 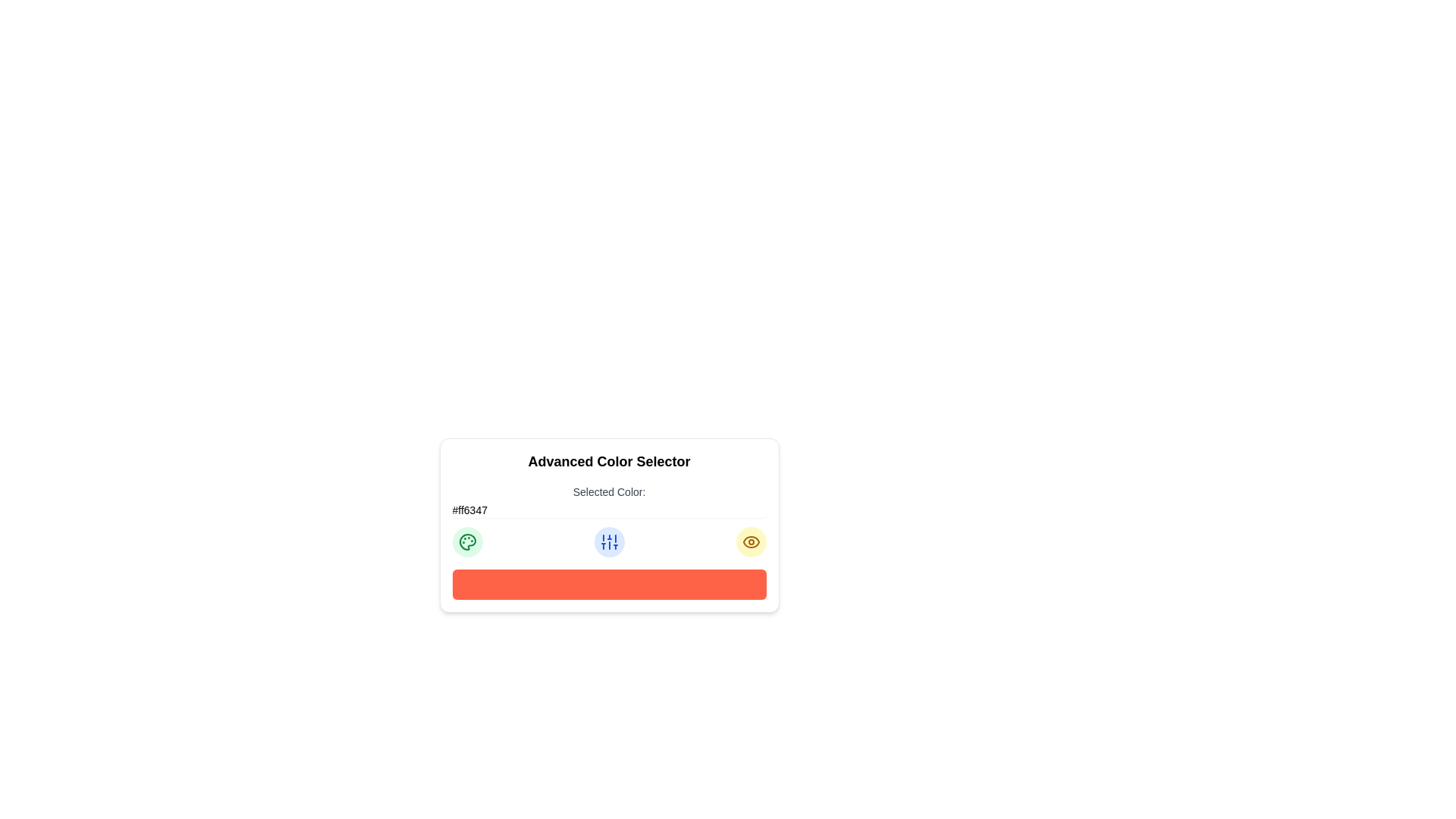 What do you see at coordinates (466, 541) in the screenshot?
I see `the palette icon button with a green outline and paint dabs` at bounding box center [466, 541].